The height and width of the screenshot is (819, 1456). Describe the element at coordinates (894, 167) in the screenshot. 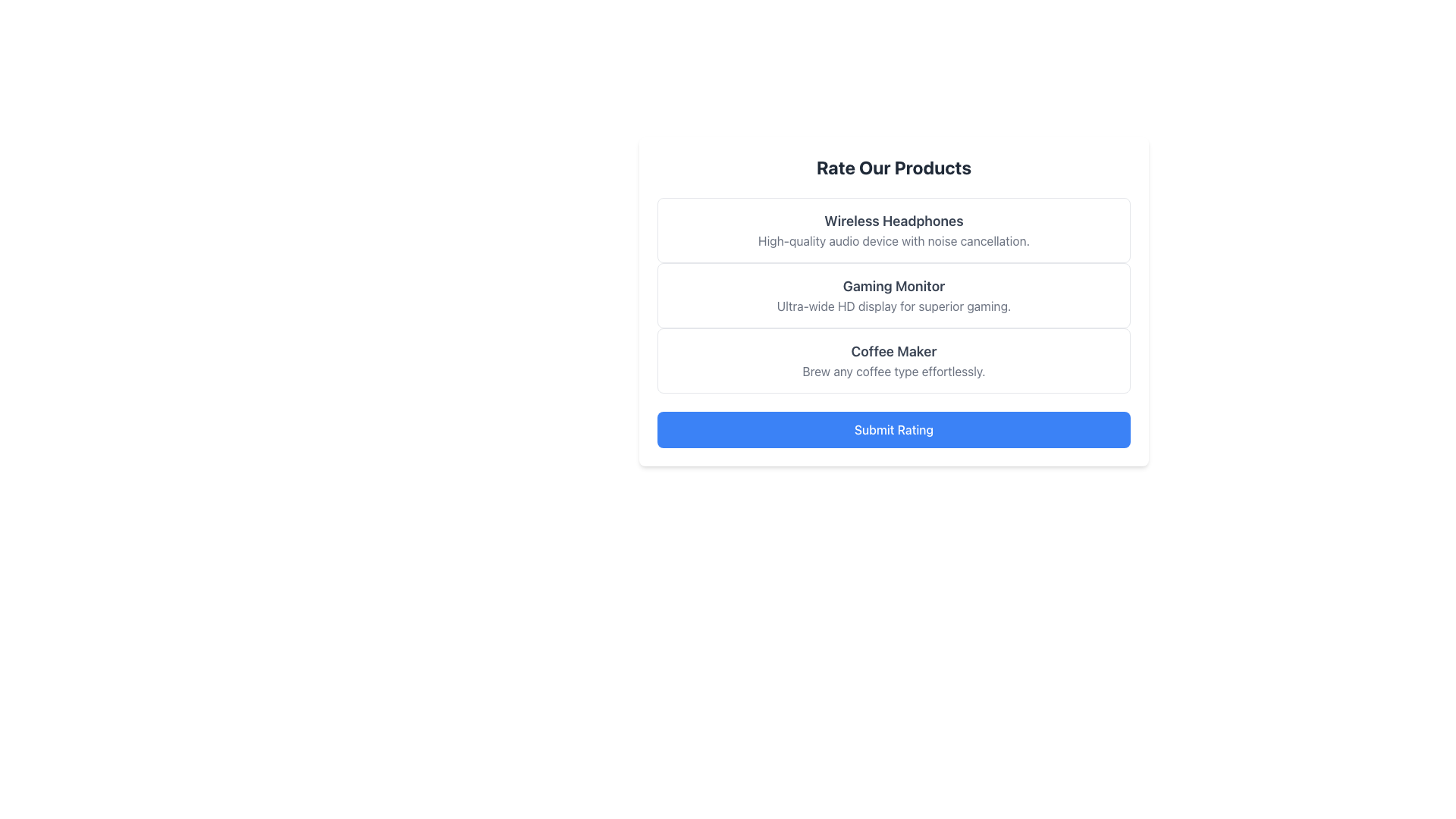

I see `the static text element that serves as a title or header for the product rating section` at that location.